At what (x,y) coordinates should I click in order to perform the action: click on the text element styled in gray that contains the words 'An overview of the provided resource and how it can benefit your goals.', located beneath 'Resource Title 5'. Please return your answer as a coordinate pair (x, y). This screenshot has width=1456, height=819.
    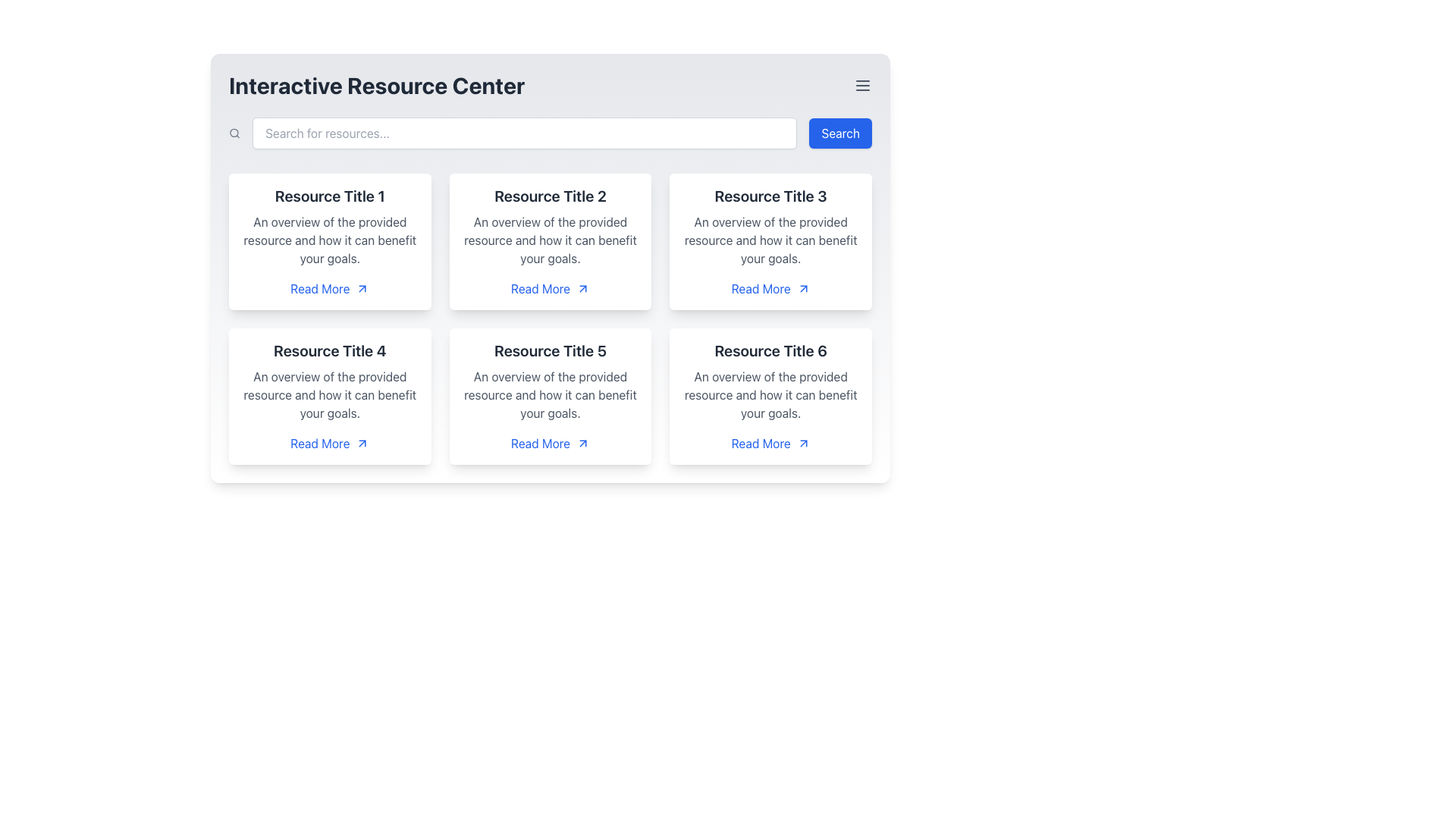
    Looking at the image, I should click on (549, 394).